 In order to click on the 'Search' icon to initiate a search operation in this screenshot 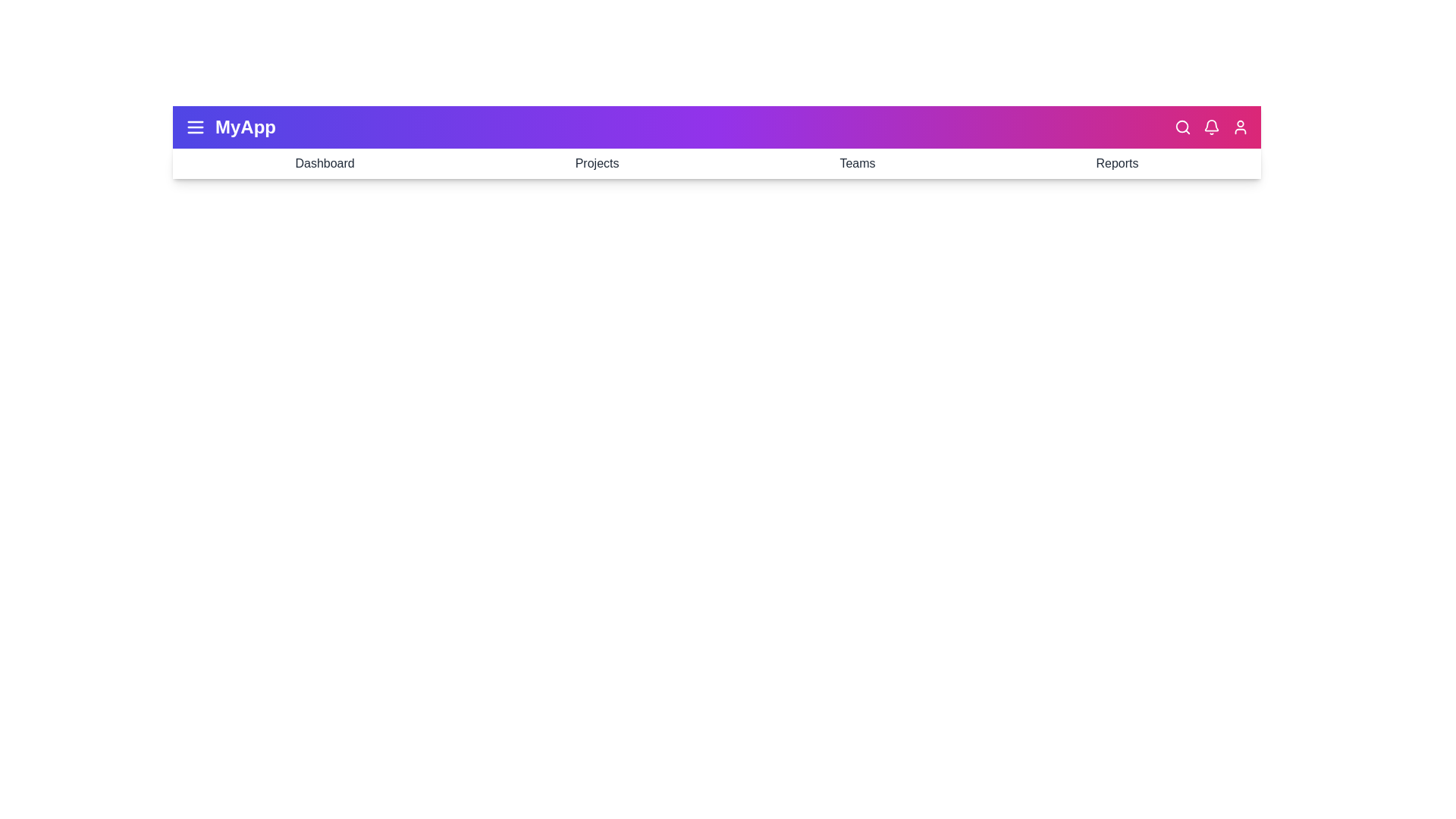, I will do `click(1182, 127)`.